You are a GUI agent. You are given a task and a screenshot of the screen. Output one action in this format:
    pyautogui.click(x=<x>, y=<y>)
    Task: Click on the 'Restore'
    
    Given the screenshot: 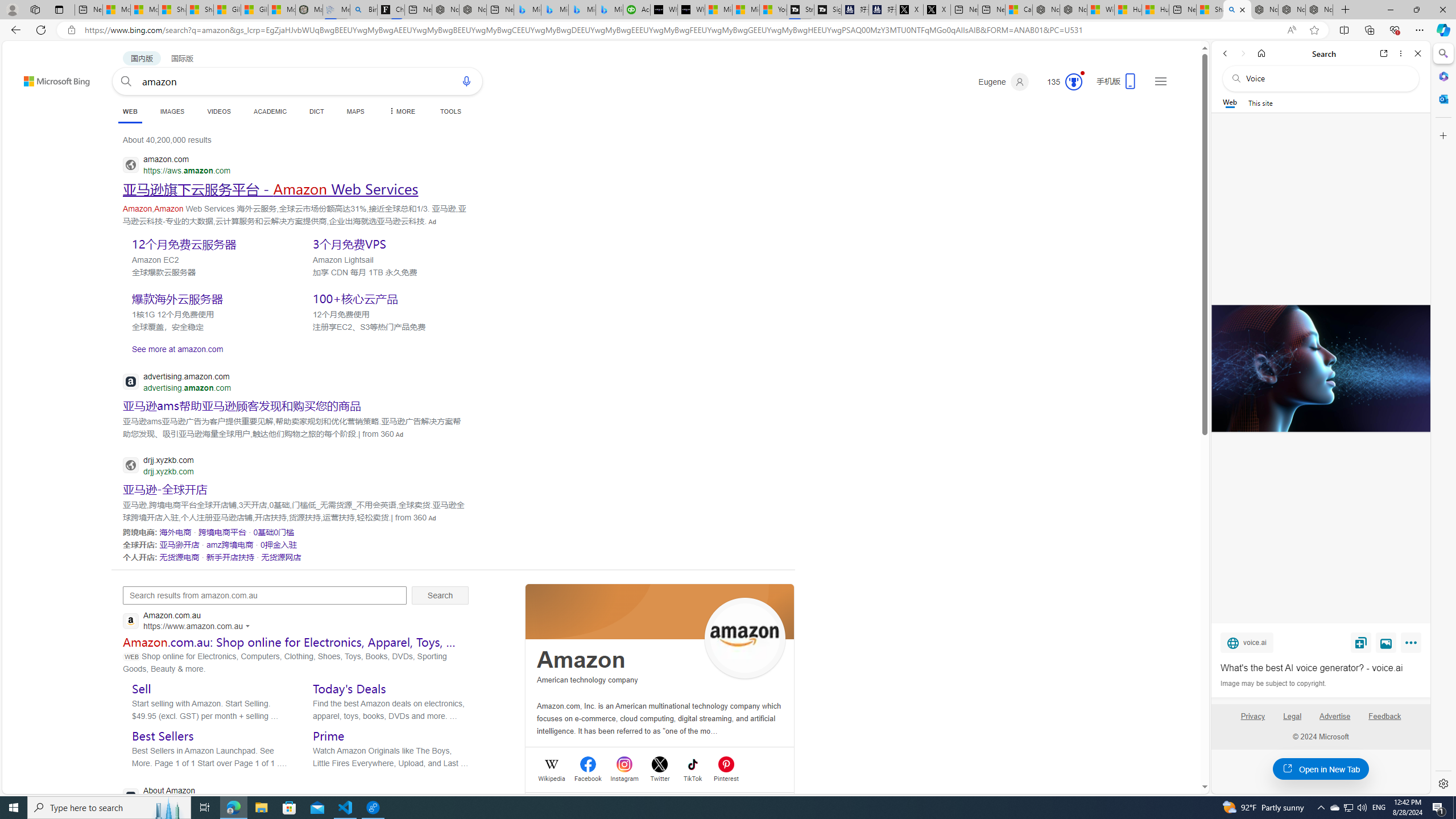 What is the action you would take?
    pyautogui.click(x=1416, y=9)
    